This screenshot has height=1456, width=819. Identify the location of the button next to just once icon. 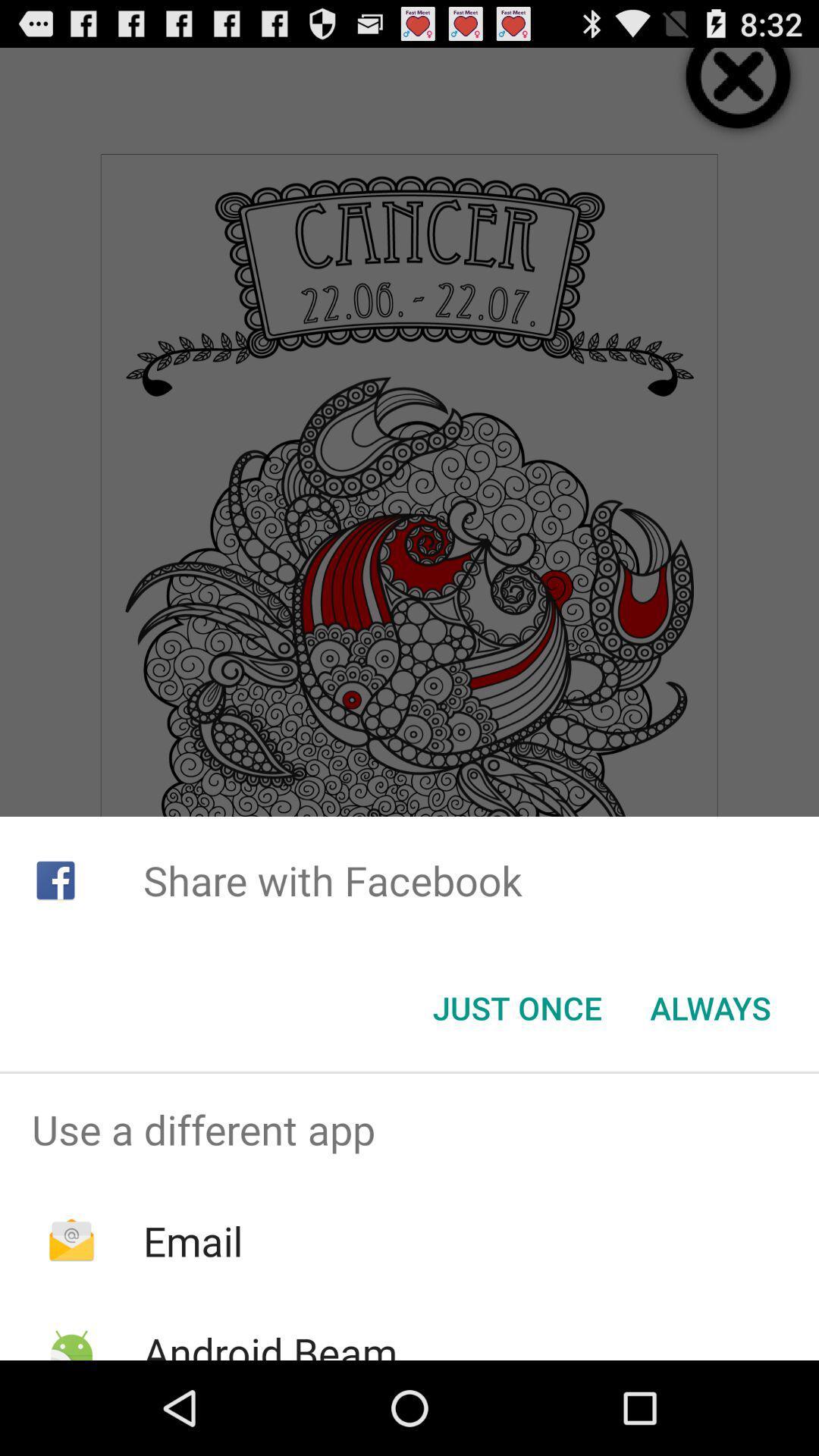
(711, 1008).